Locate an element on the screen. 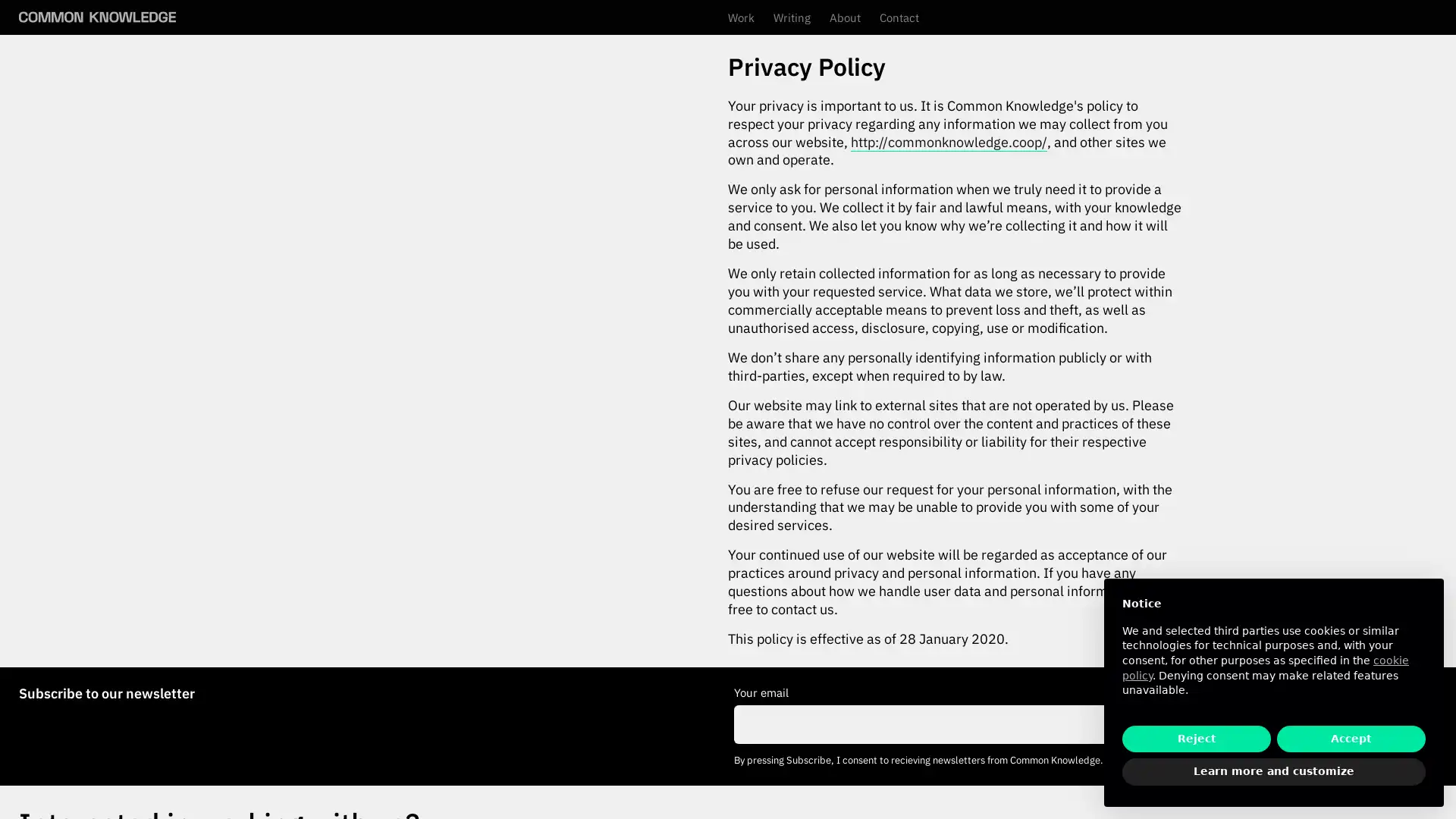 Image resolution: width=1456 pixels, height=819 pixels. Learn more and customize is located at coordinates (1274, 772).